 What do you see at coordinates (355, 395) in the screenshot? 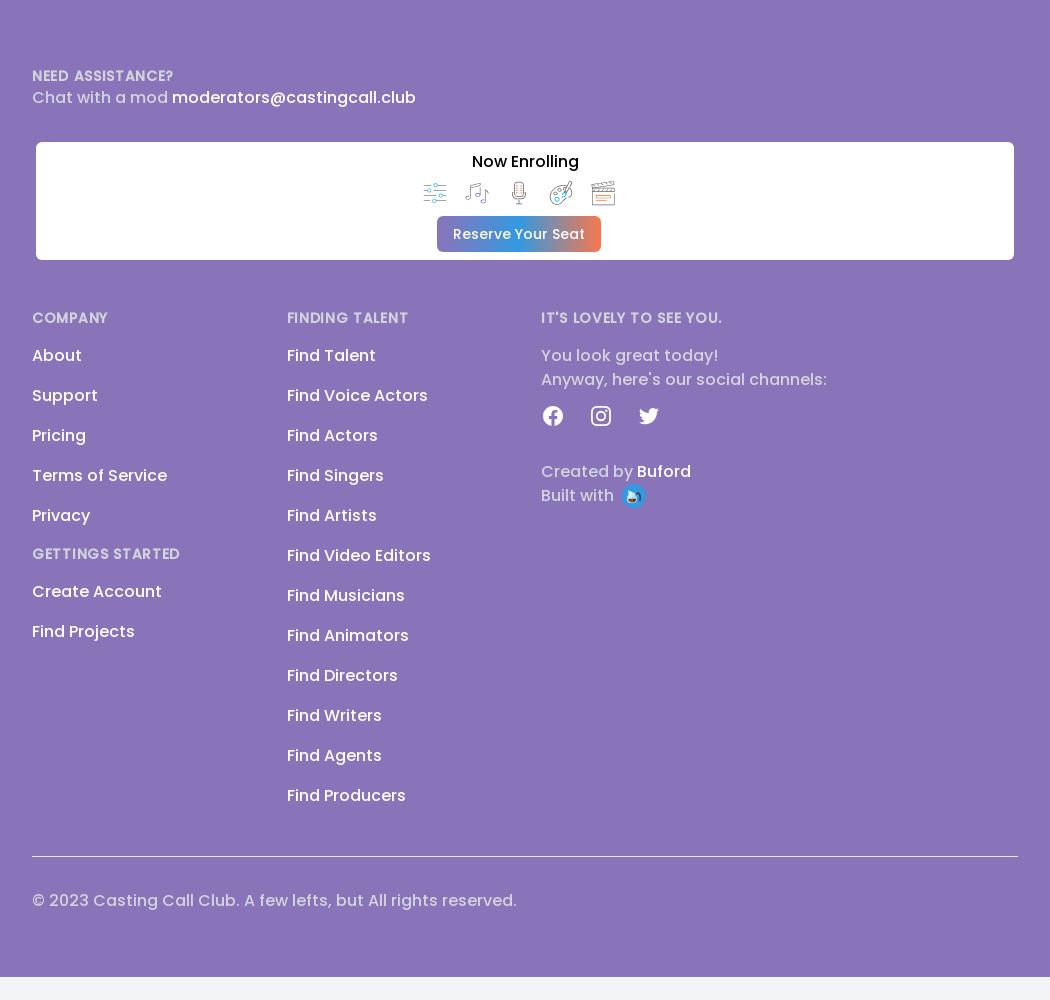
I see `'Find Voice Actors'` at bounding box center [355, 395].